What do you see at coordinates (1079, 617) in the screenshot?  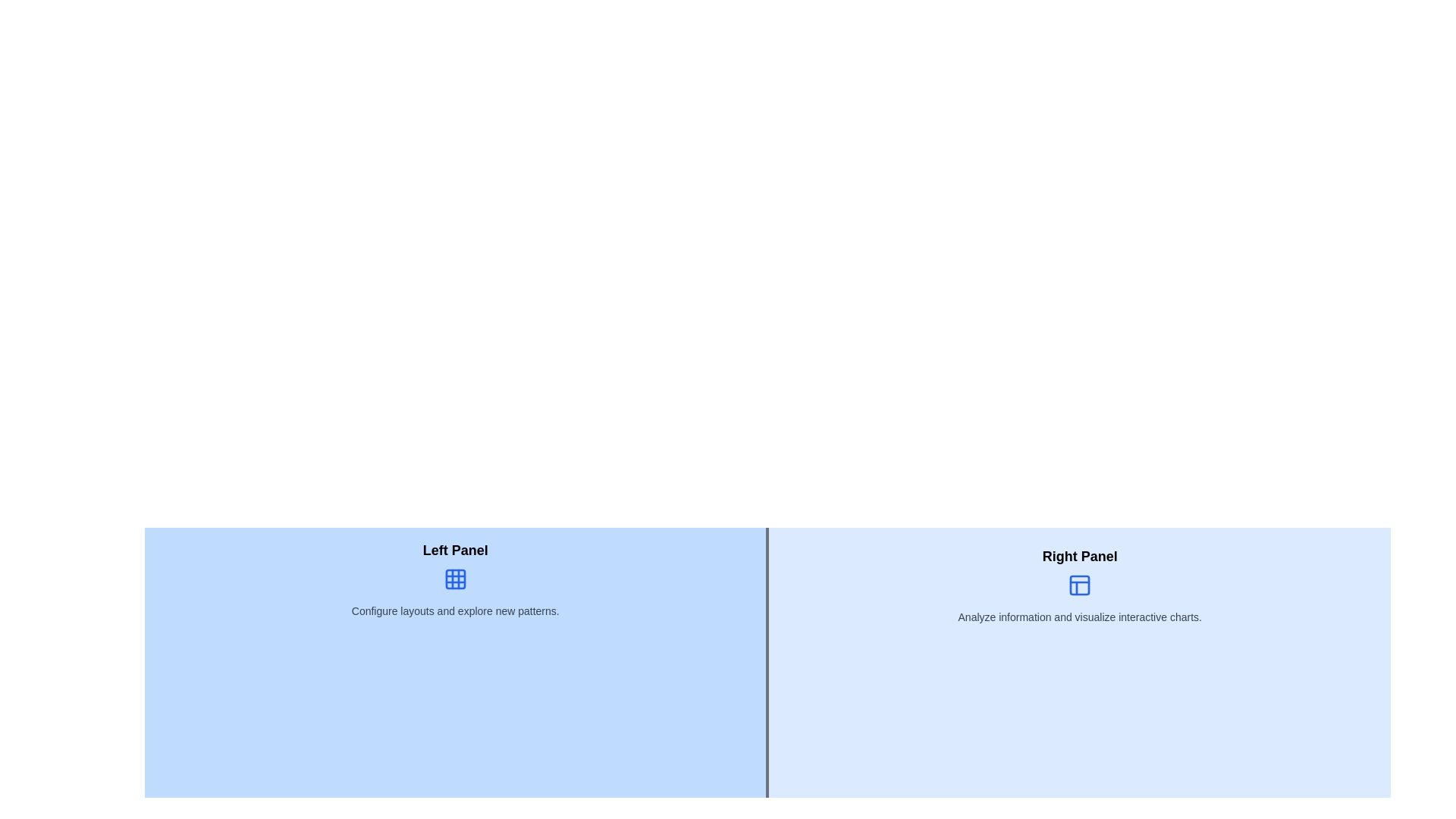 I see `text content from the descriptive label located in the 'Right Panel' section, positioned below the icon representing the panel under the title 'Right Panel'` at bounding box center [1079, 617].